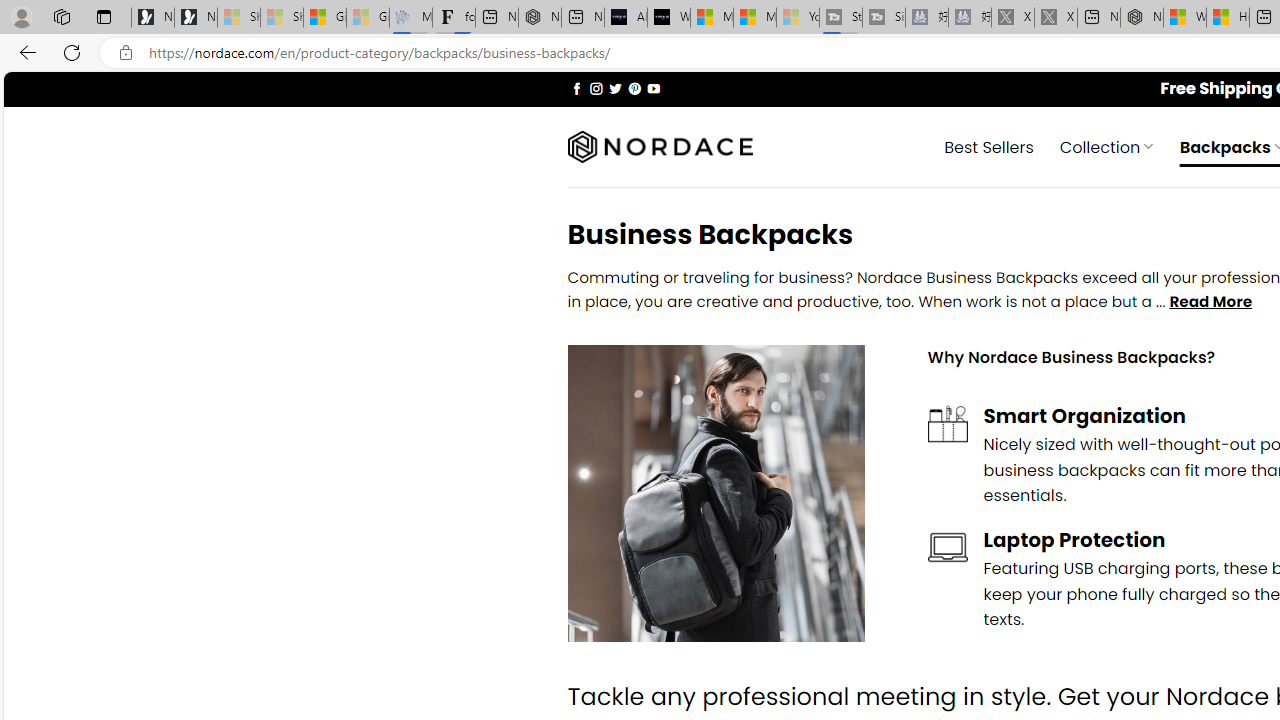 Image resolution: width=1280 pixels, height=720 pixels. What do you see at coordinates (1209, 302) in the screenshot?
I see `'Read More'` at bounding box center [1209, 302].